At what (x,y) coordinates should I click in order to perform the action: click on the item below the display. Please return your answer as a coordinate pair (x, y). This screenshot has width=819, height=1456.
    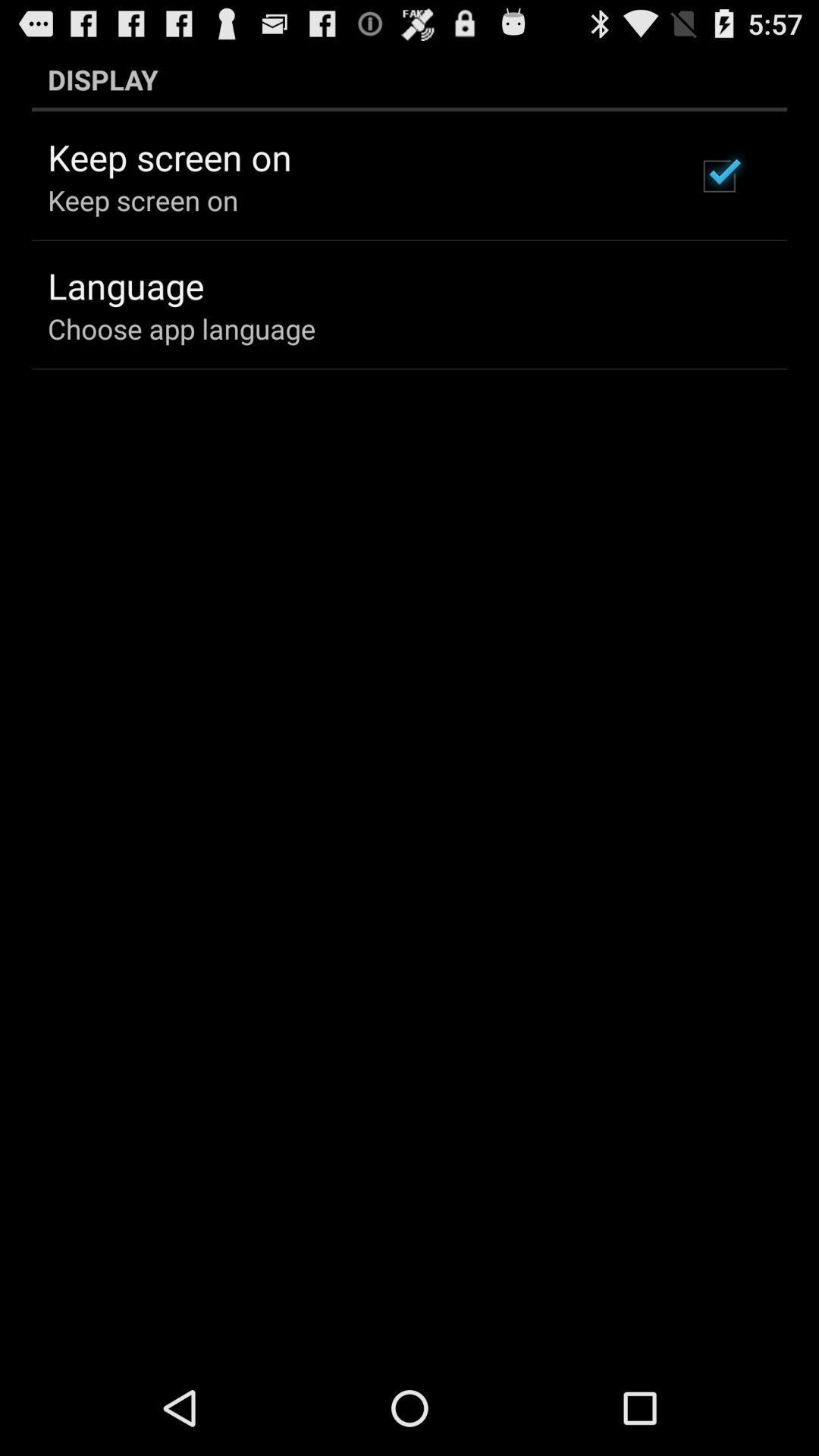
    Looking at the image, I should click on (718, 176).